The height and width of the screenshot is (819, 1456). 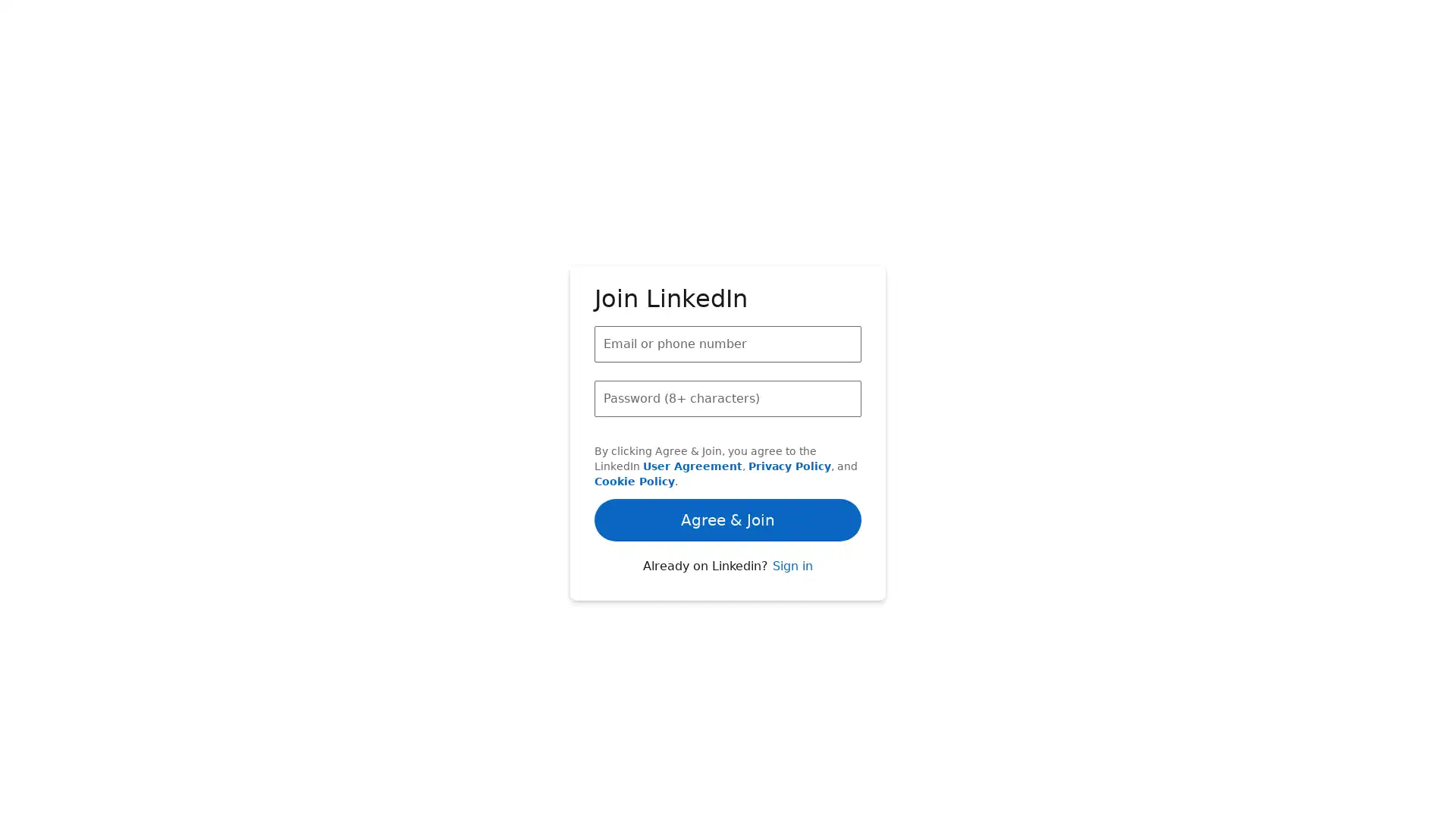 I want to click on Sign in, so click(x=791, y=581).